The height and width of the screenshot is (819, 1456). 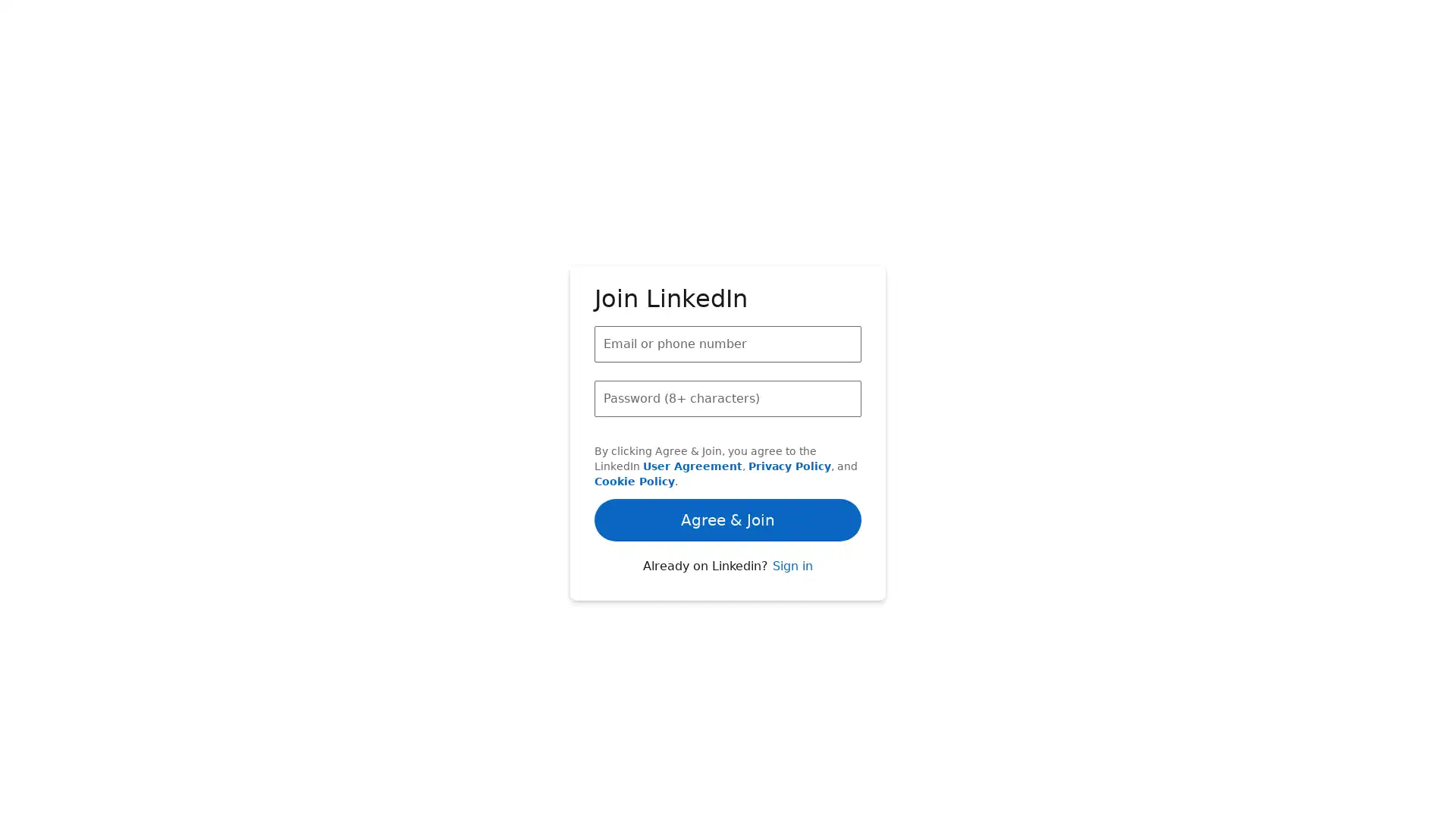 I want to click on Sign in, so click(x=791, y=581).